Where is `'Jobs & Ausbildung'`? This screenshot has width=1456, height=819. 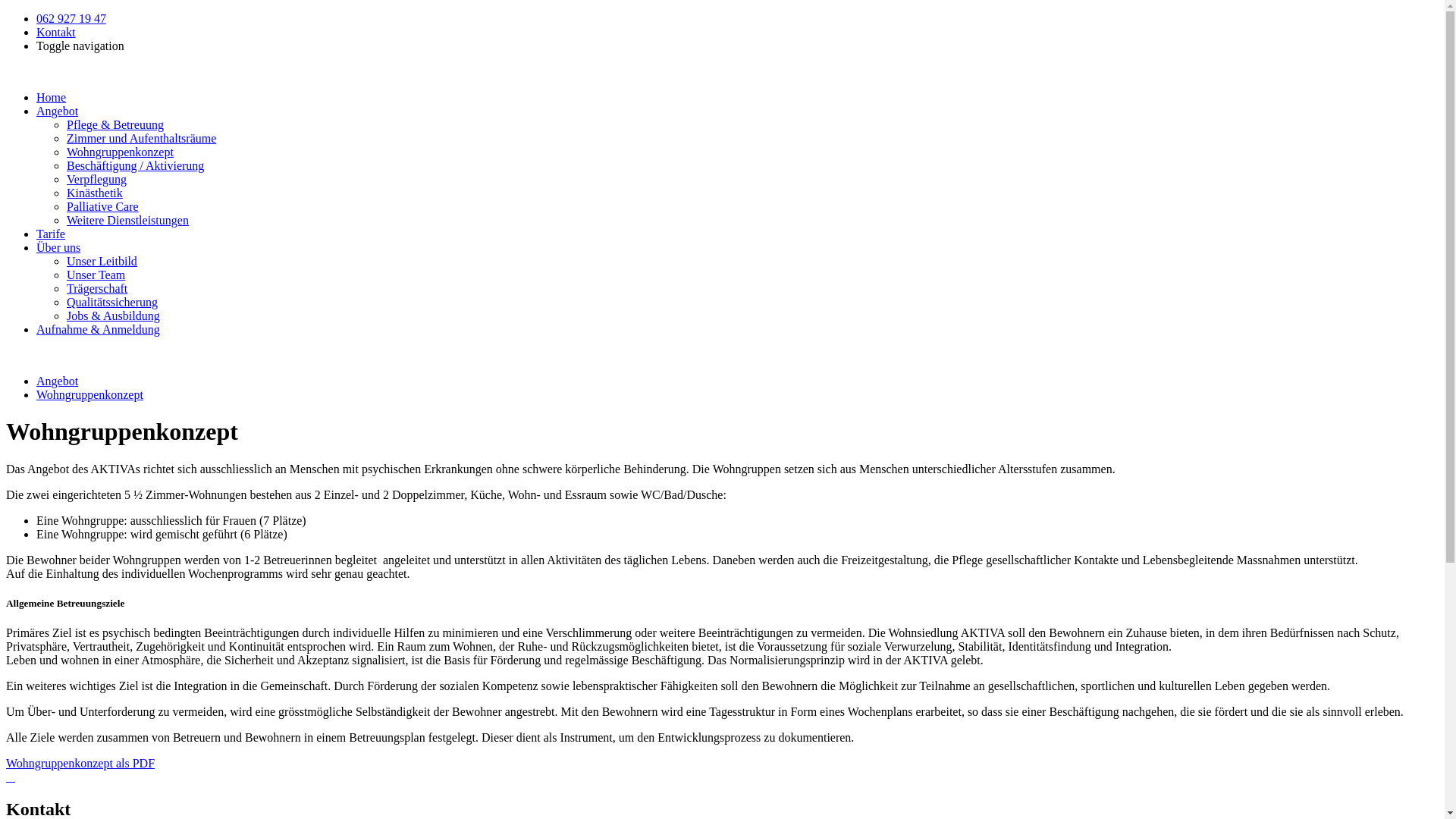
'Jobs & Ausbildung' is located at coordinates (112, 315).